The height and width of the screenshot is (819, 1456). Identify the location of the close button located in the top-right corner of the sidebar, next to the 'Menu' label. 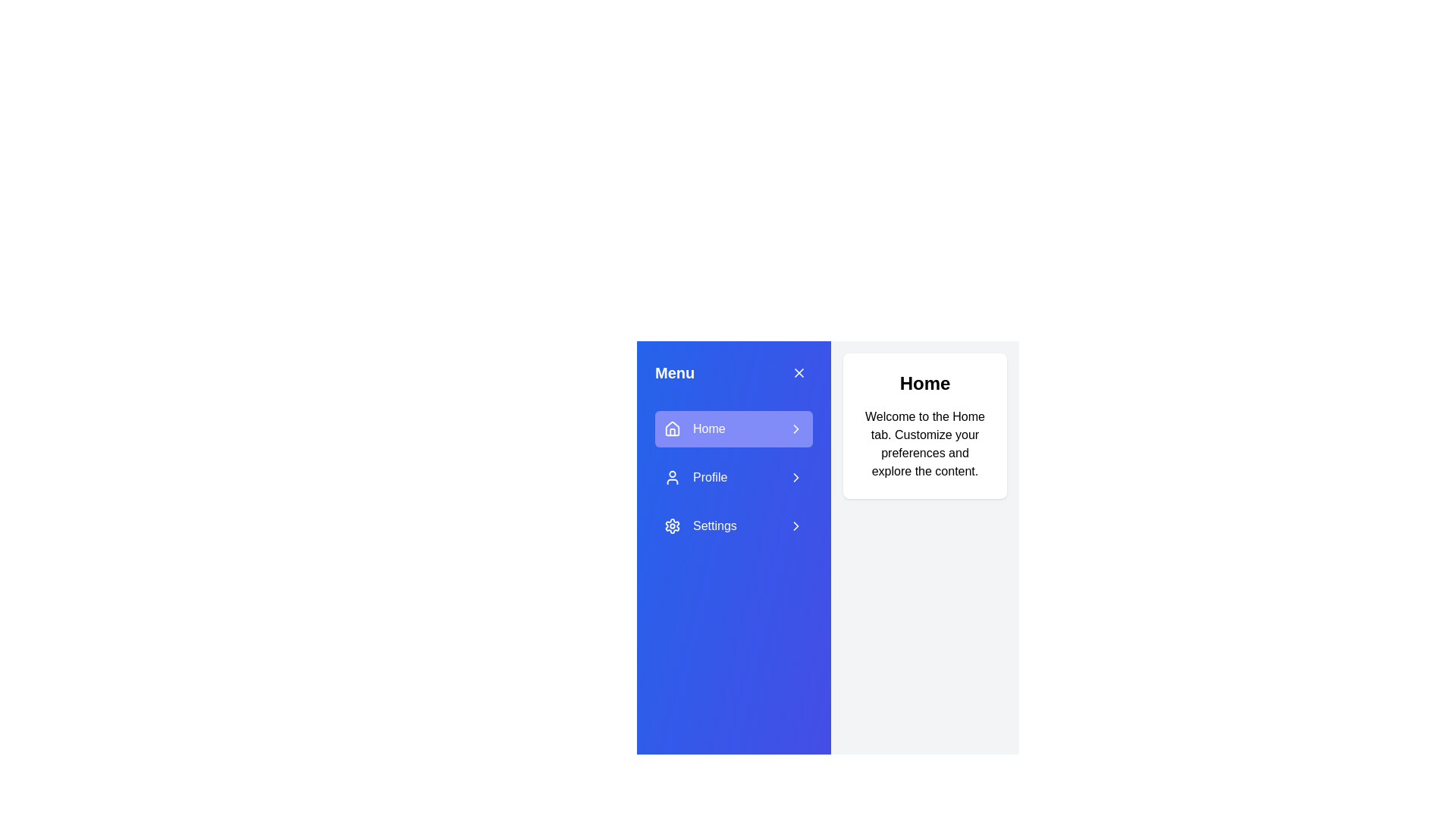
(799, 373).